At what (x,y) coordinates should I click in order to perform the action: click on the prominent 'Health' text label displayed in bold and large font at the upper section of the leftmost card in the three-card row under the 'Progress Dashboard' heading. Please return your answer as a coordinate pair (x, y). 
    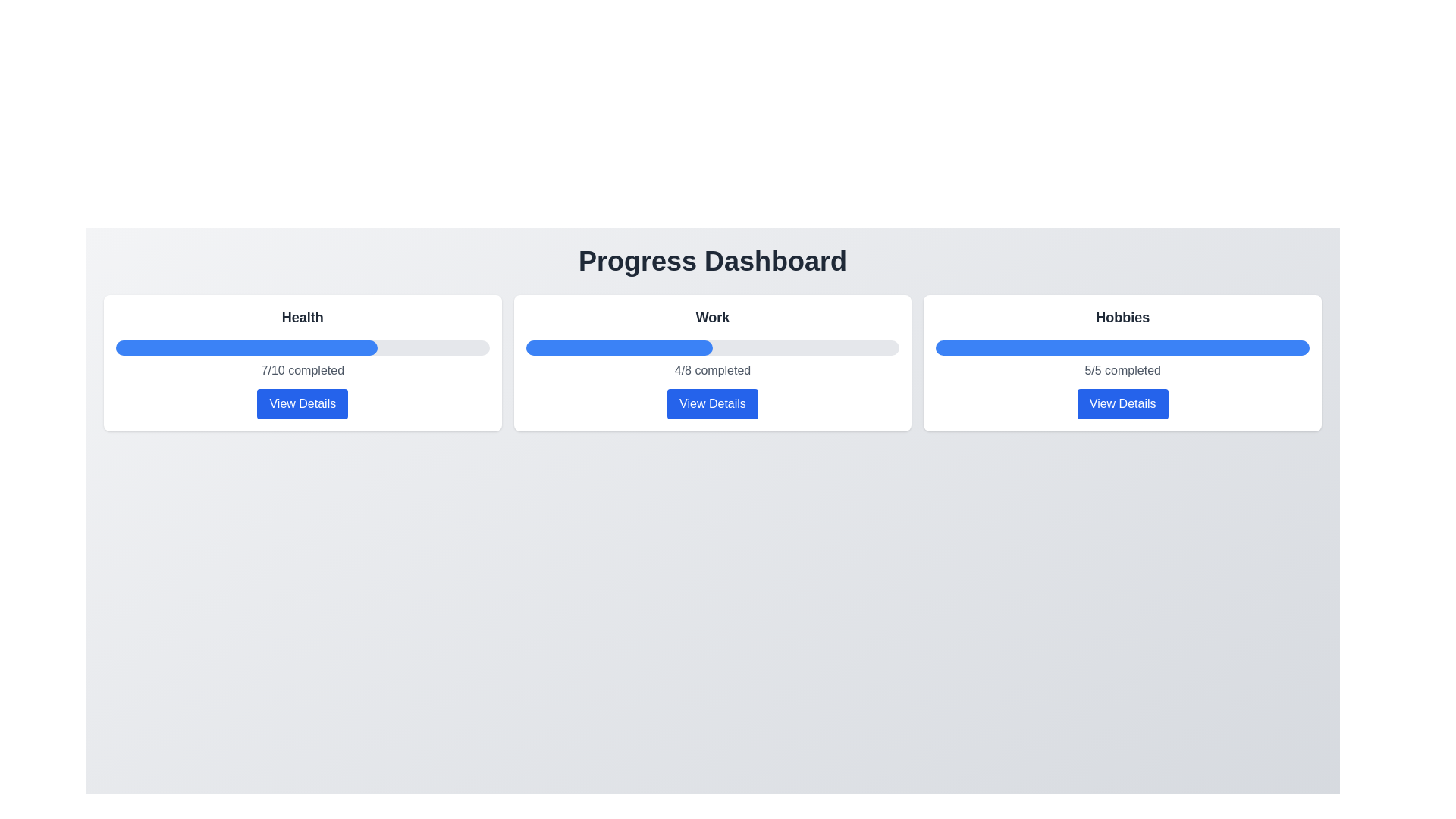
    Looking at the image, I should click on (303, 317).